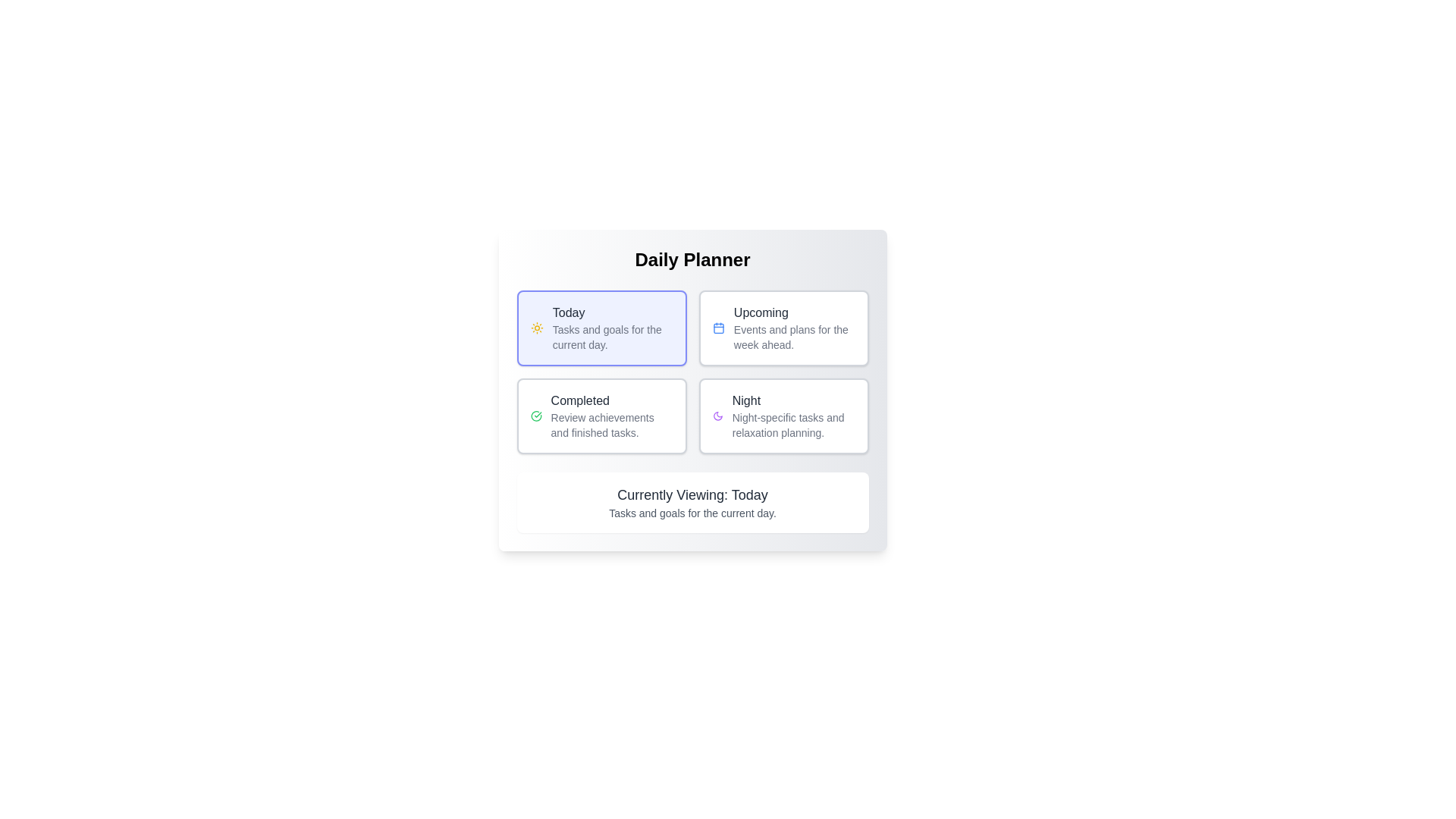 The height and width of the screenshot is (819, 1456). What do you see at coordinates (783, 327) in the screenshot?
I see `the Informational card titled 'Upcoming'` at bounding box center [783, 327].